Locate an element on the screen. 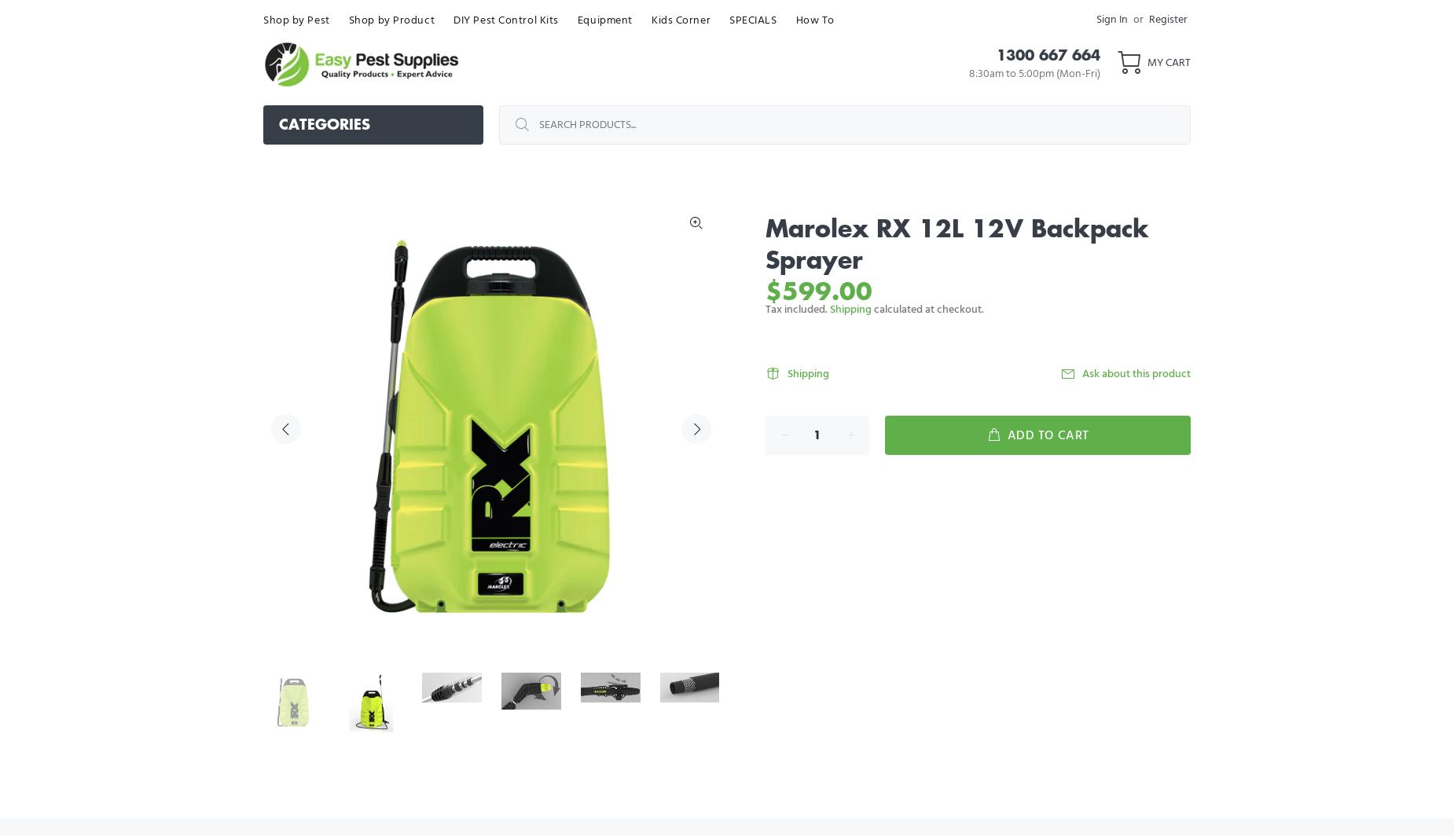 The image size is (1454, 840). 'DIY Pest Control Kits' is located at coordinates (453, 20).